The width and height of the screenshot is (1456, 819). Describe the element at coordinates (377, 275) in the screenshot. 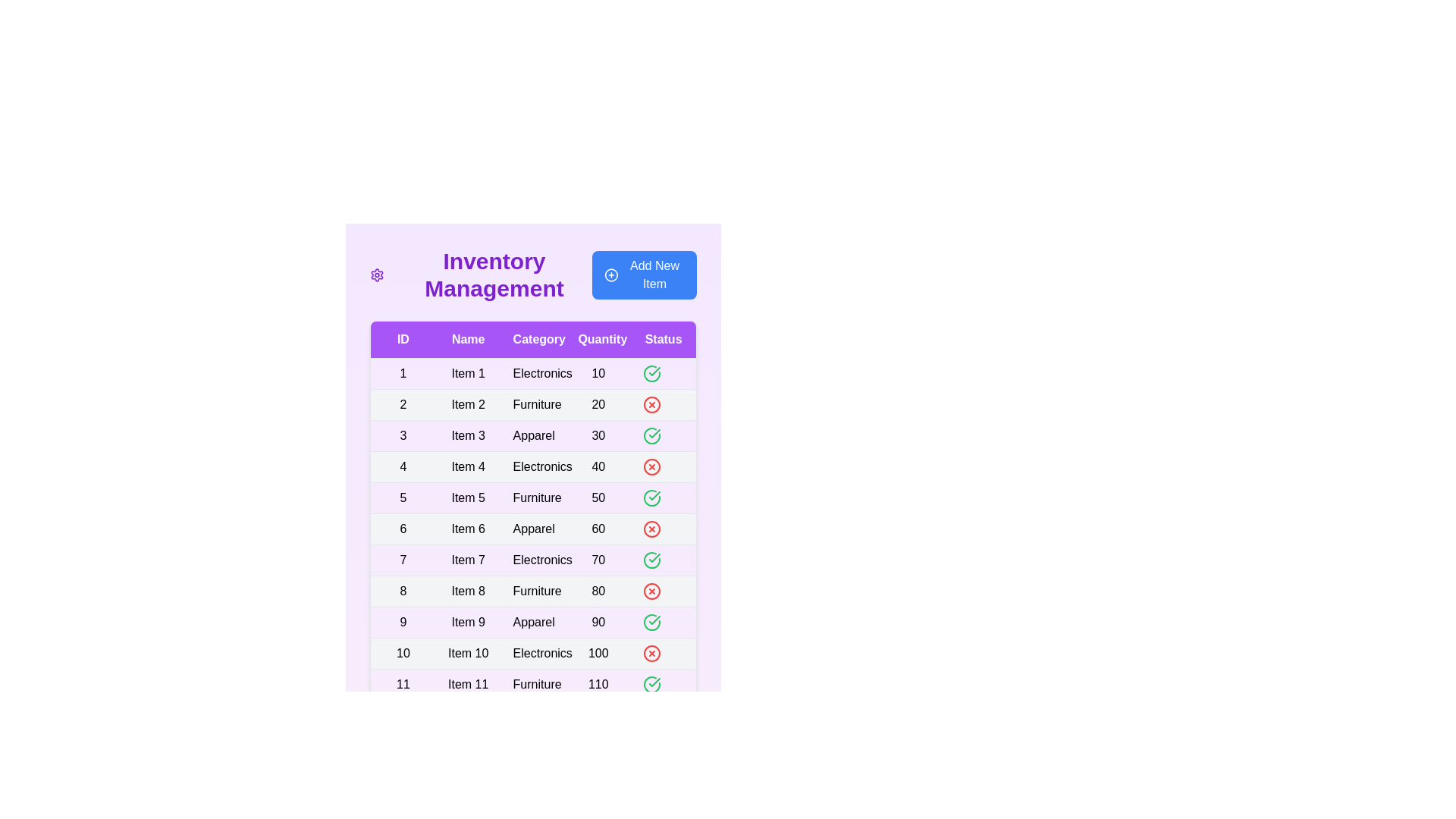

I see `the 'Settings' icon to open the settings menu` at that location.